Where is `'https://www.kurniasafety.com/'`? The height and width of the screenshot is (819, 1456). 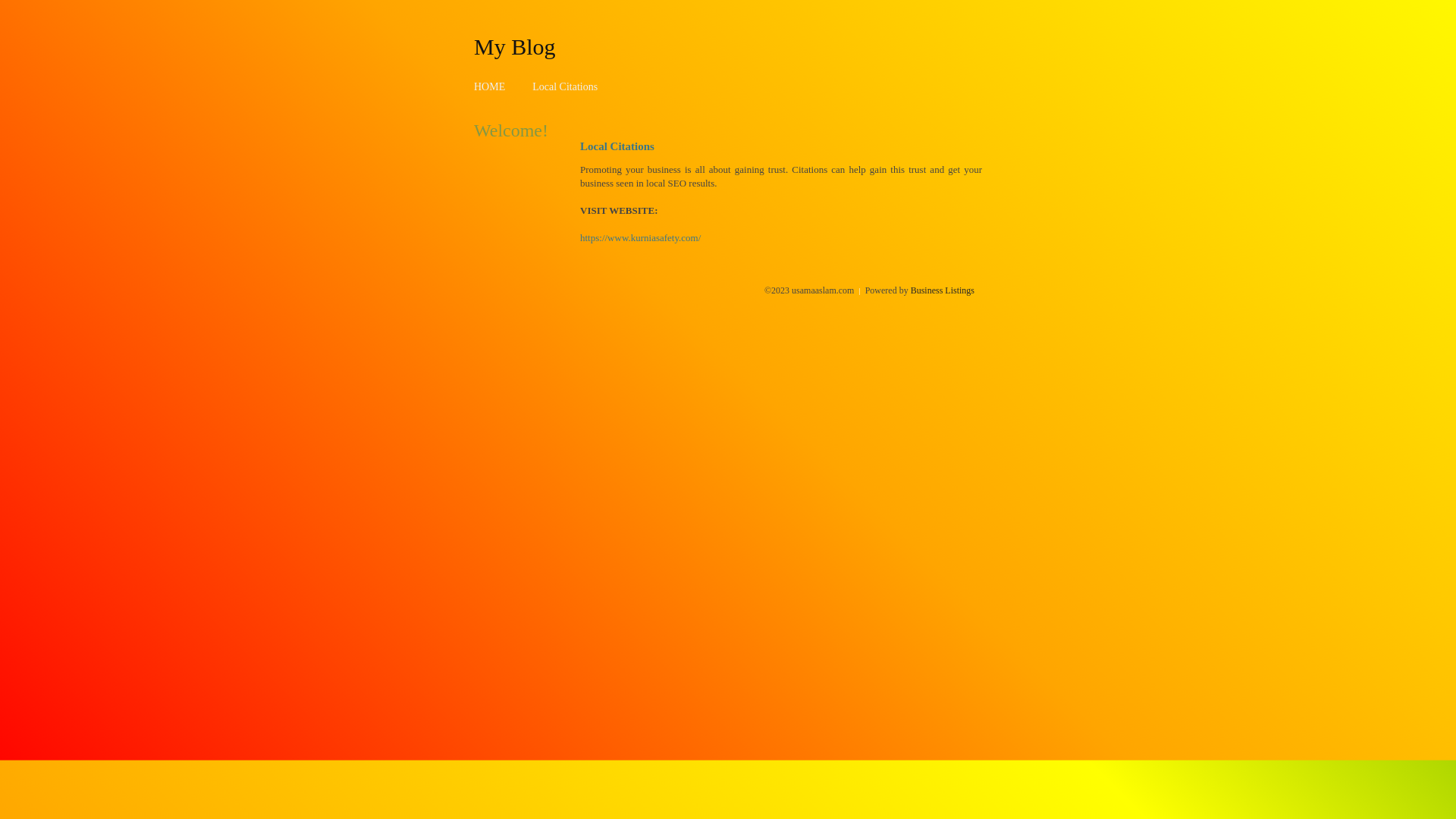
'https://www.kurniasafety.com/' is located at coordinates (579, 237).